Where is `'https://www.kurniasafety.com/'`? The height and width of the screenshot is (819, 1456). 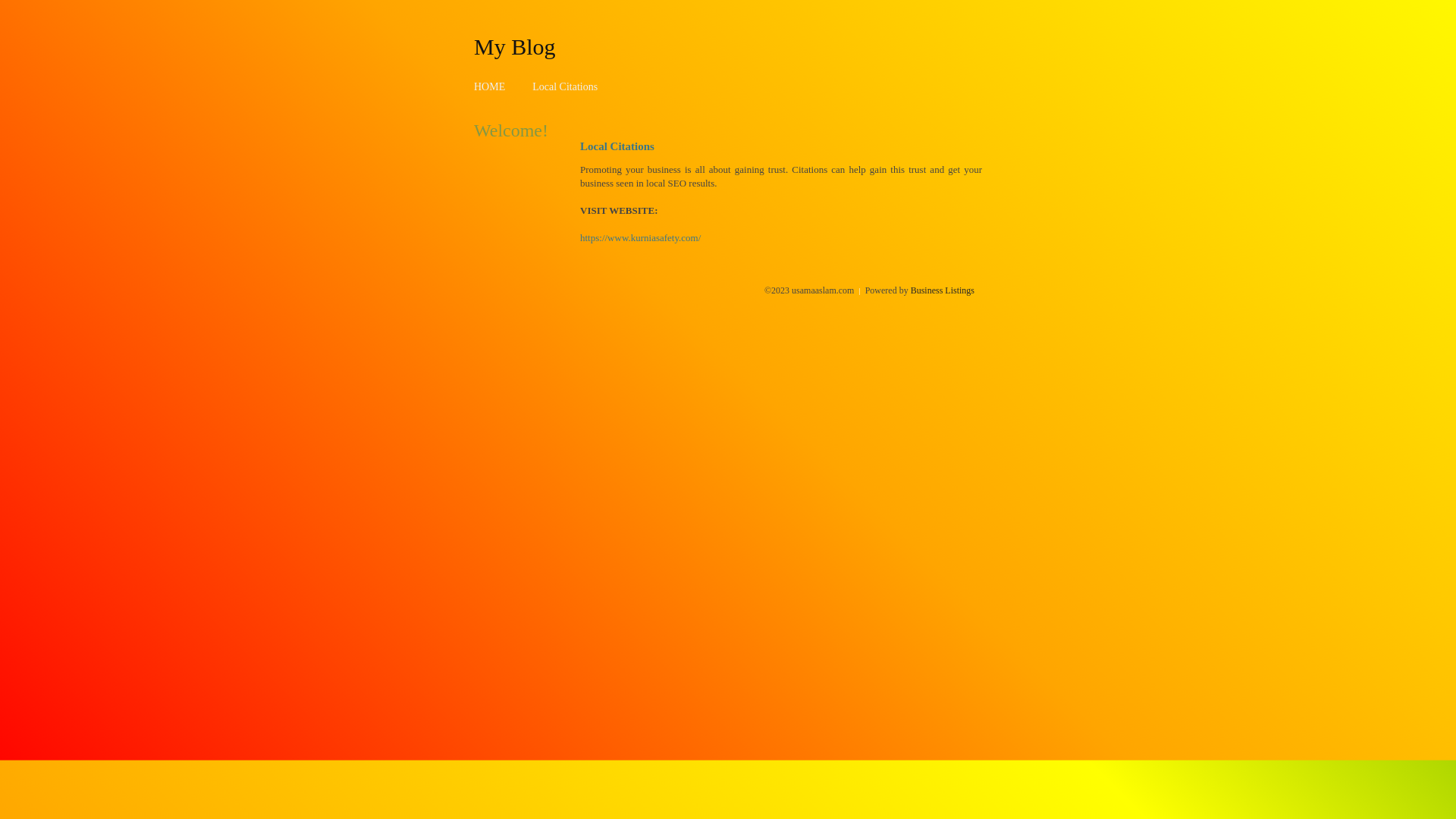
'https://www.kurniasafety.com/' is located at coordinates (579, 237).